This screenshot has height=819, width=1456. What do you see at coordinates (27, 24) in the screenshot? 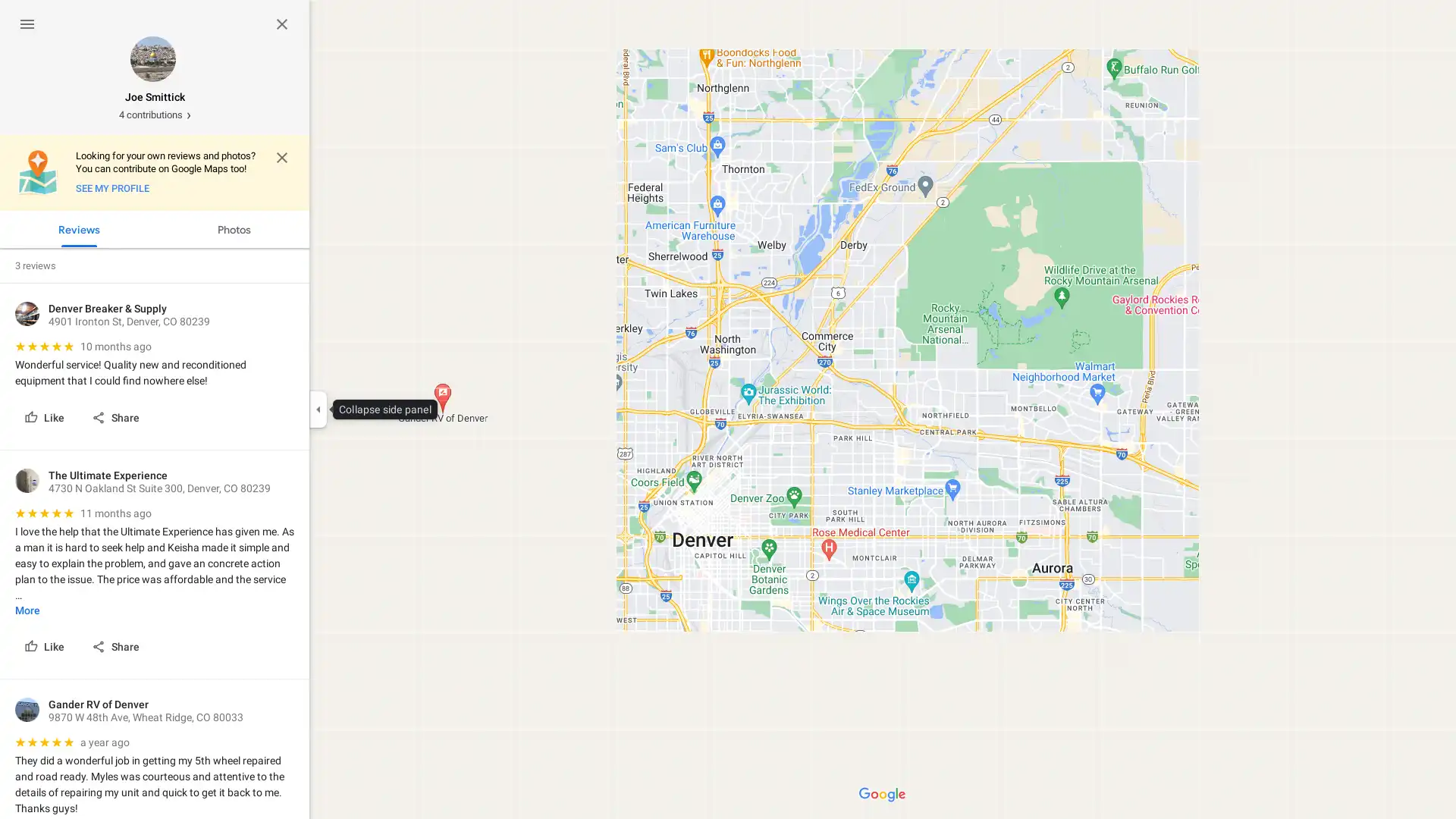
I see `Menu` at bounding box center [27, 24].